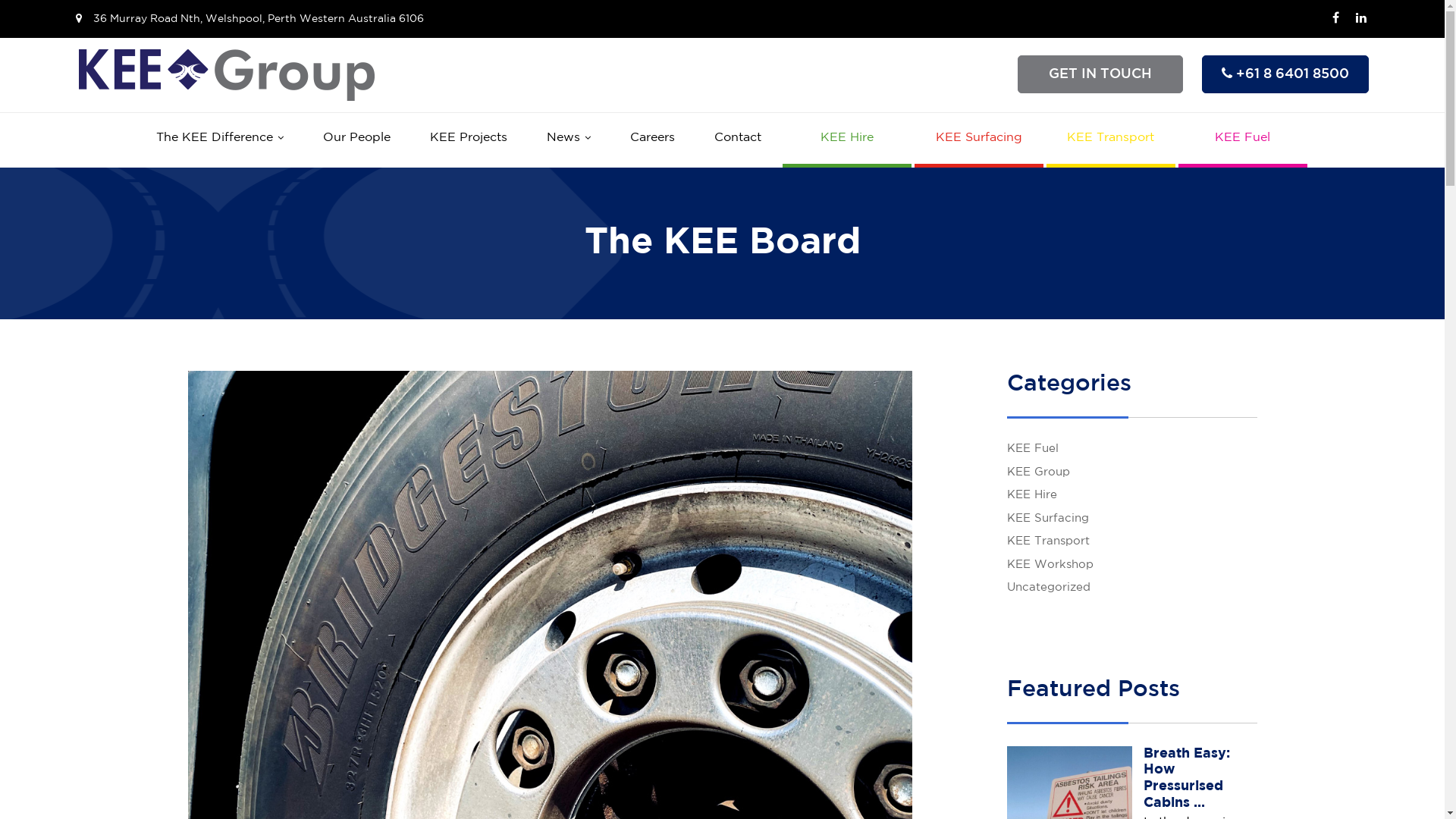 Image resolution: width=1456 pixels, height=819 pixels. I want to click on 'Breath Easy: How Pressurised Cabins ...', so click(1185, 778).